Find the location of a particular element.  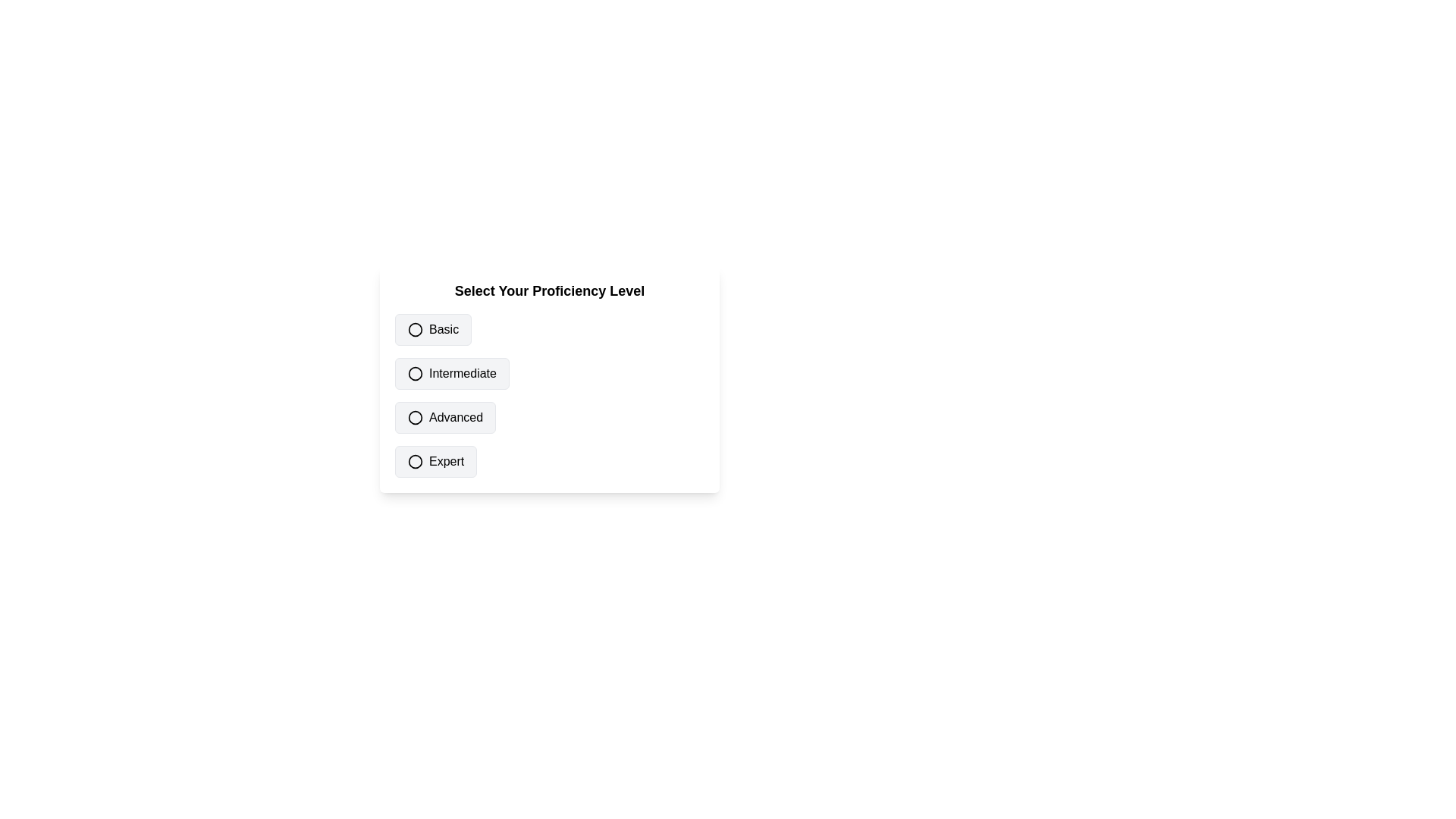

the unfilled radio button located to the left of the 'Basic' text in the proficiency selection interface to trigger highlighting effects is located at coordinates (415, 329).